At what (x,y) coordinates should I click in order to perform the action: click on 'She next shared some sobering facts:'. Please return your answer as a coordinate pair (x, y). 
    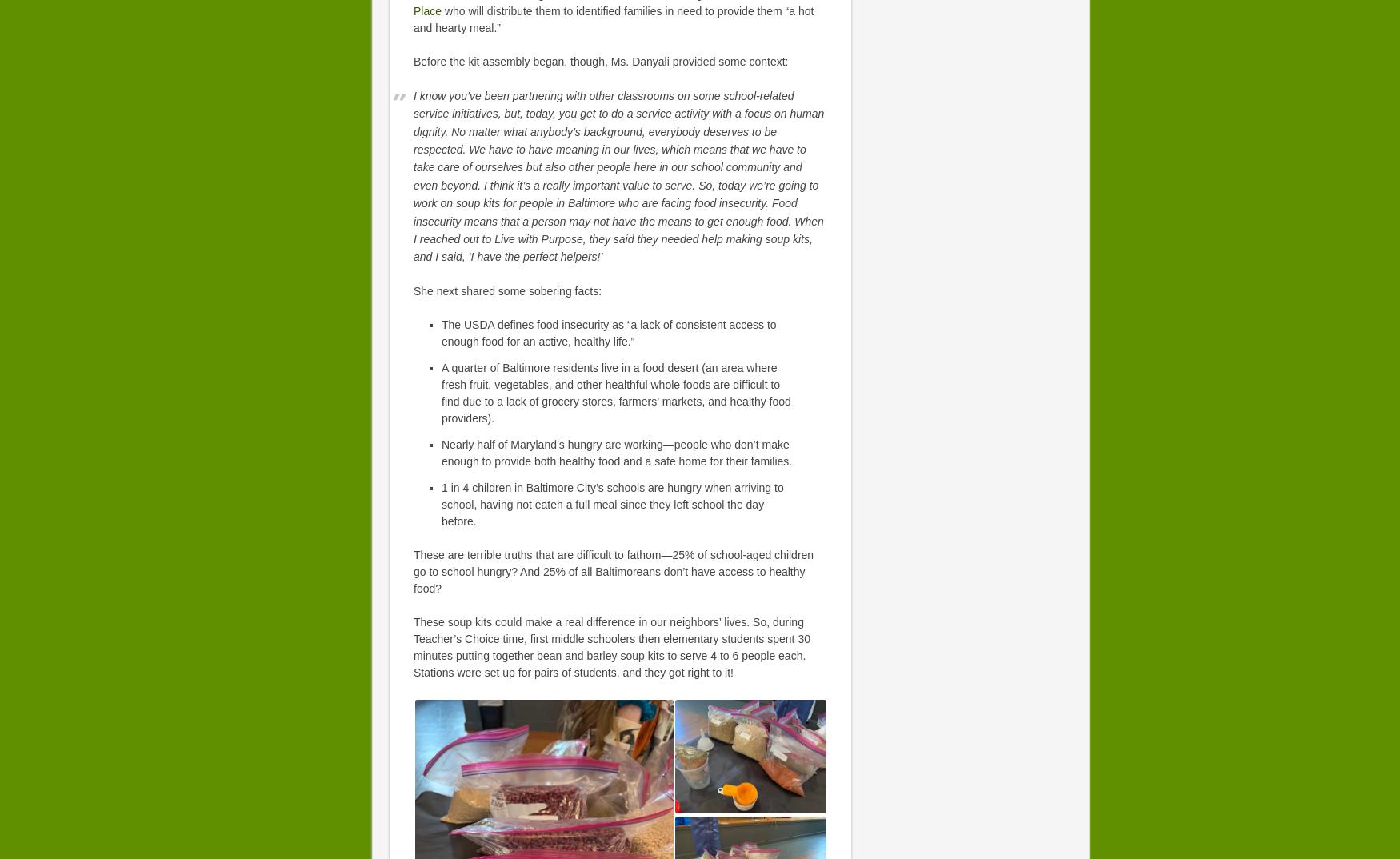
    Looking at the image, I should click on (506, 290).